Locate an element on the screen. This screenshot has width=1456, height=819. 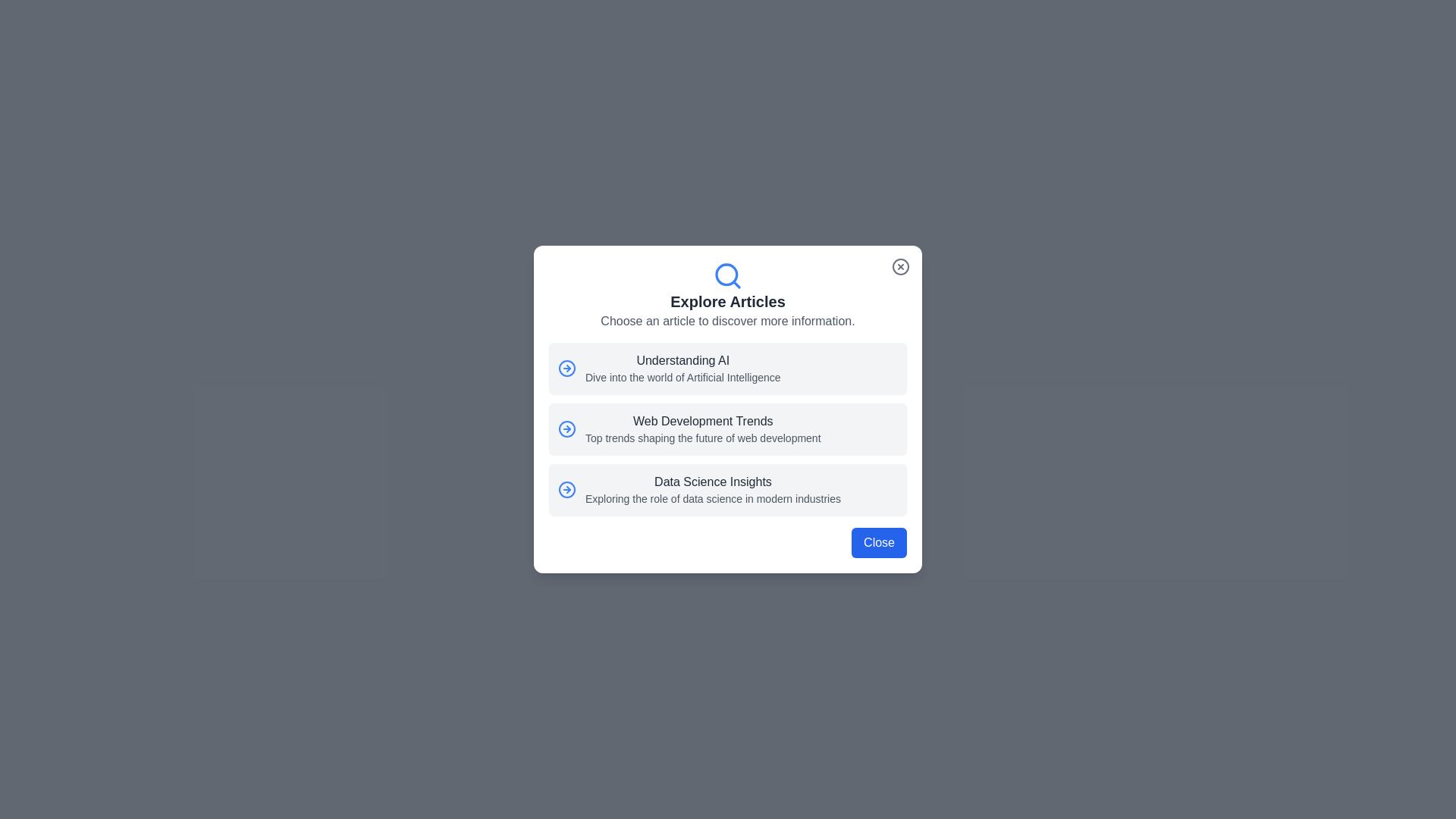
the article titled Data Science Insights from the list is located at coordinates (728, 489).